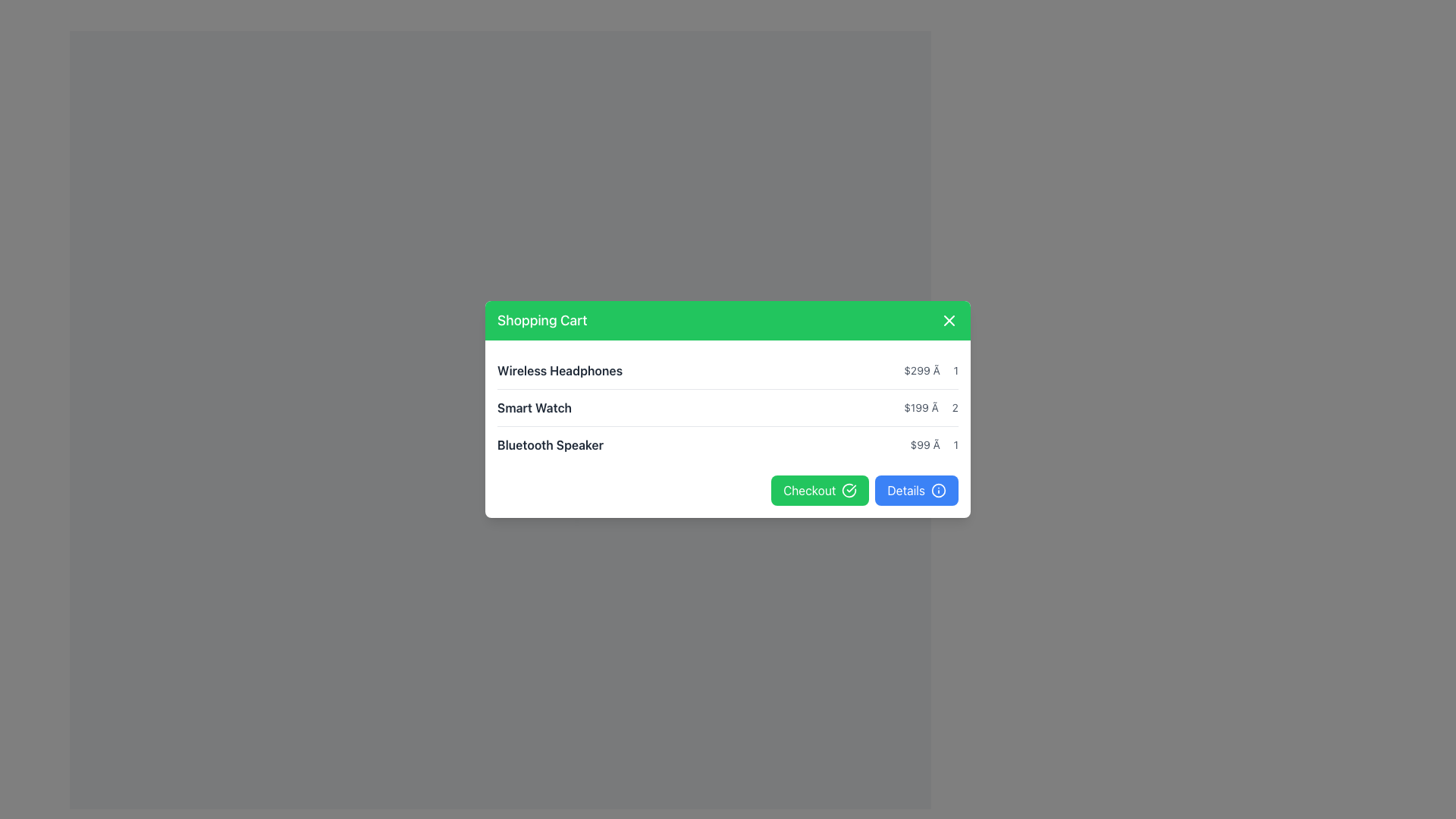 The image size is (1456, 819). What do you see at coordinates (938, 491) in the screenshot?
I see `the innermost circular shape within the icon located to the right of the 'Details' button` at bounding box center [938, 491].